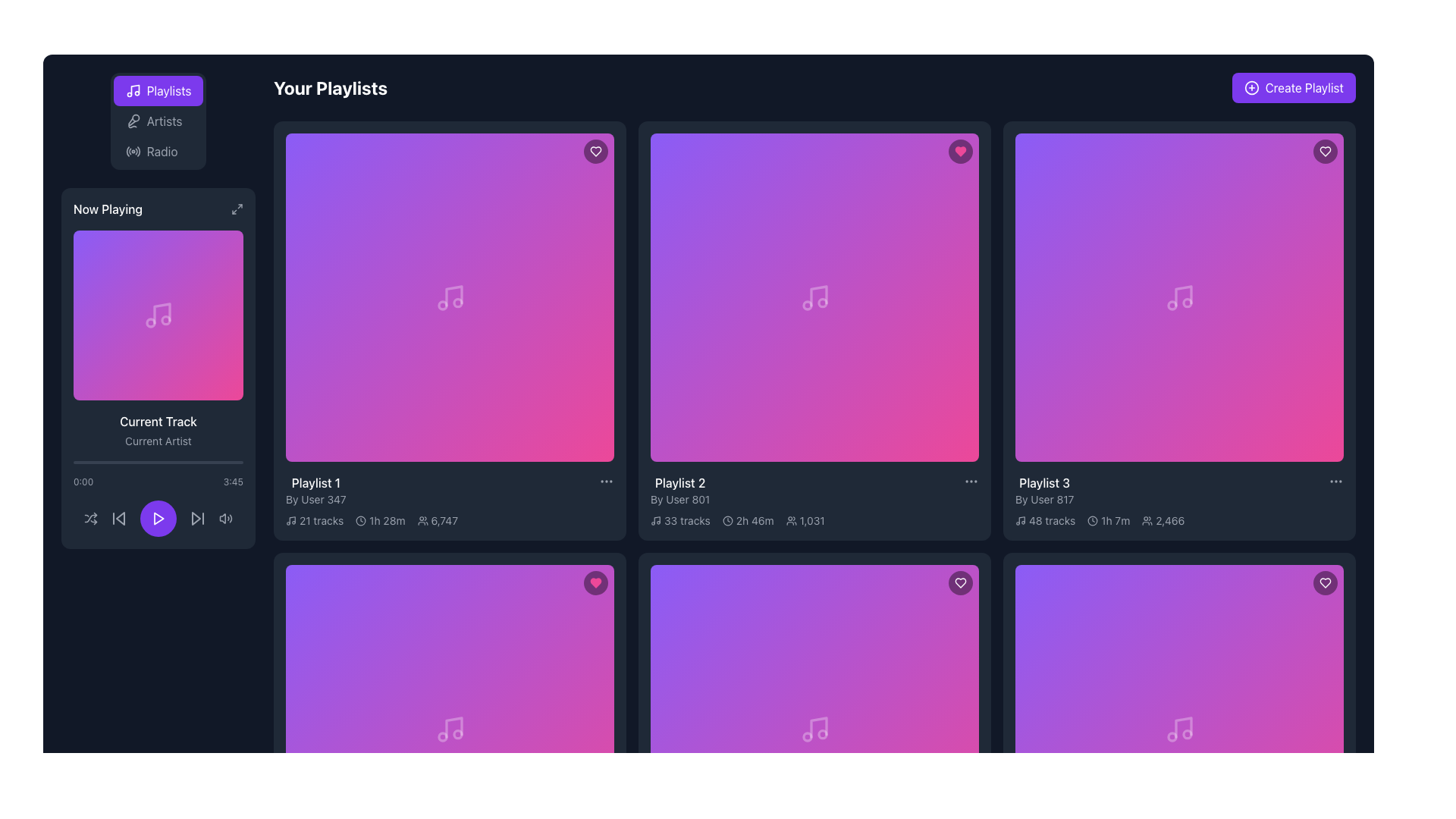  Describe the element at coordinates (726, 519) in the screenshot. I see `the small clock icon located within the 'Playlist 2' card, which is styled with circular and linear components and positioned to the left of the text '2h 46m'` at that location.